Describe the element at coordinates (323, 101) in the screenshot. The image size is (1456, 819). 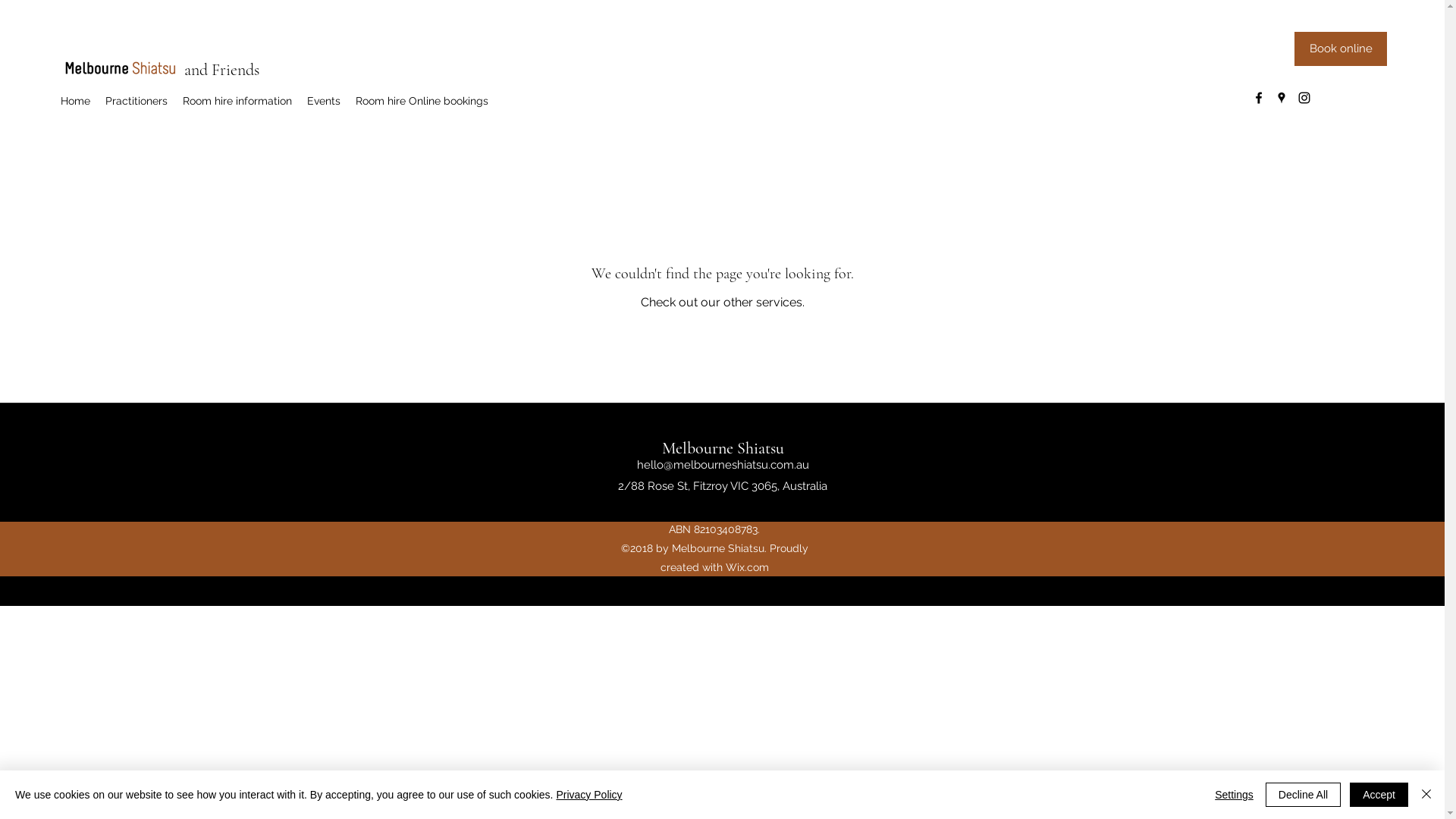
I see `'Events'` at that location.